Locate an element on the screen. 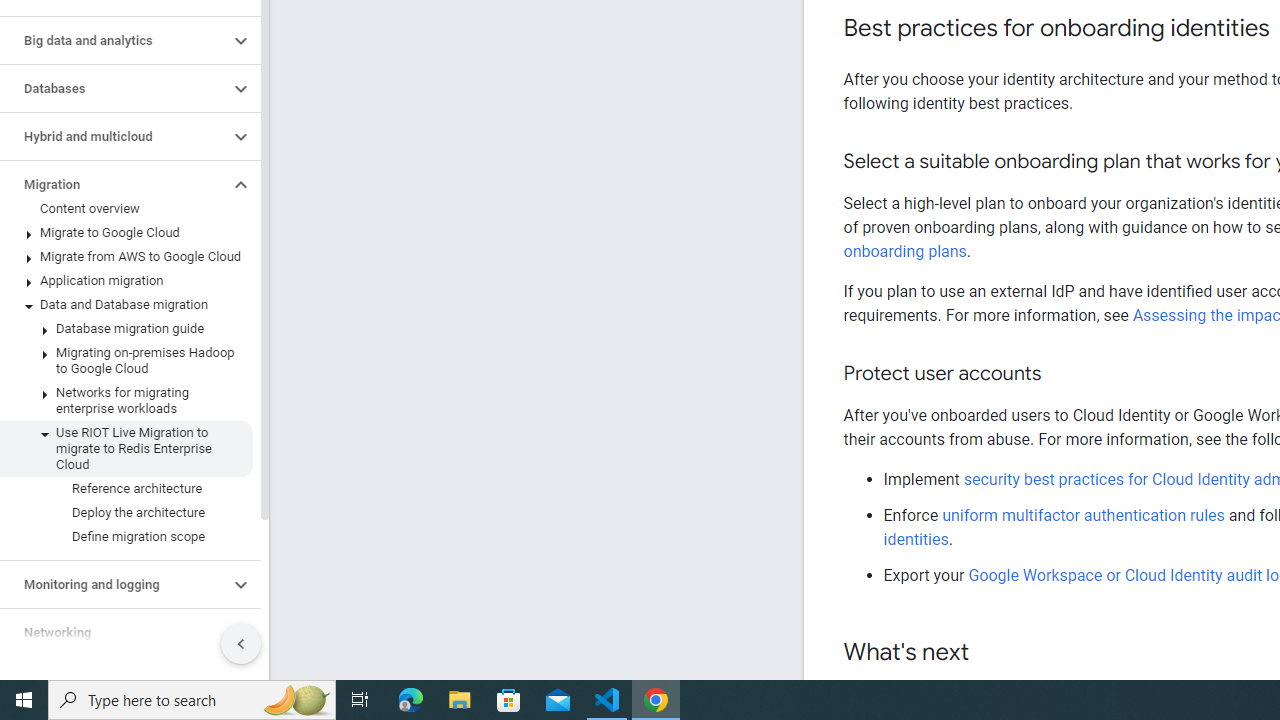 This screenshot has height=720, width=1280. 'Networking' is located at coordinates (113, 632).